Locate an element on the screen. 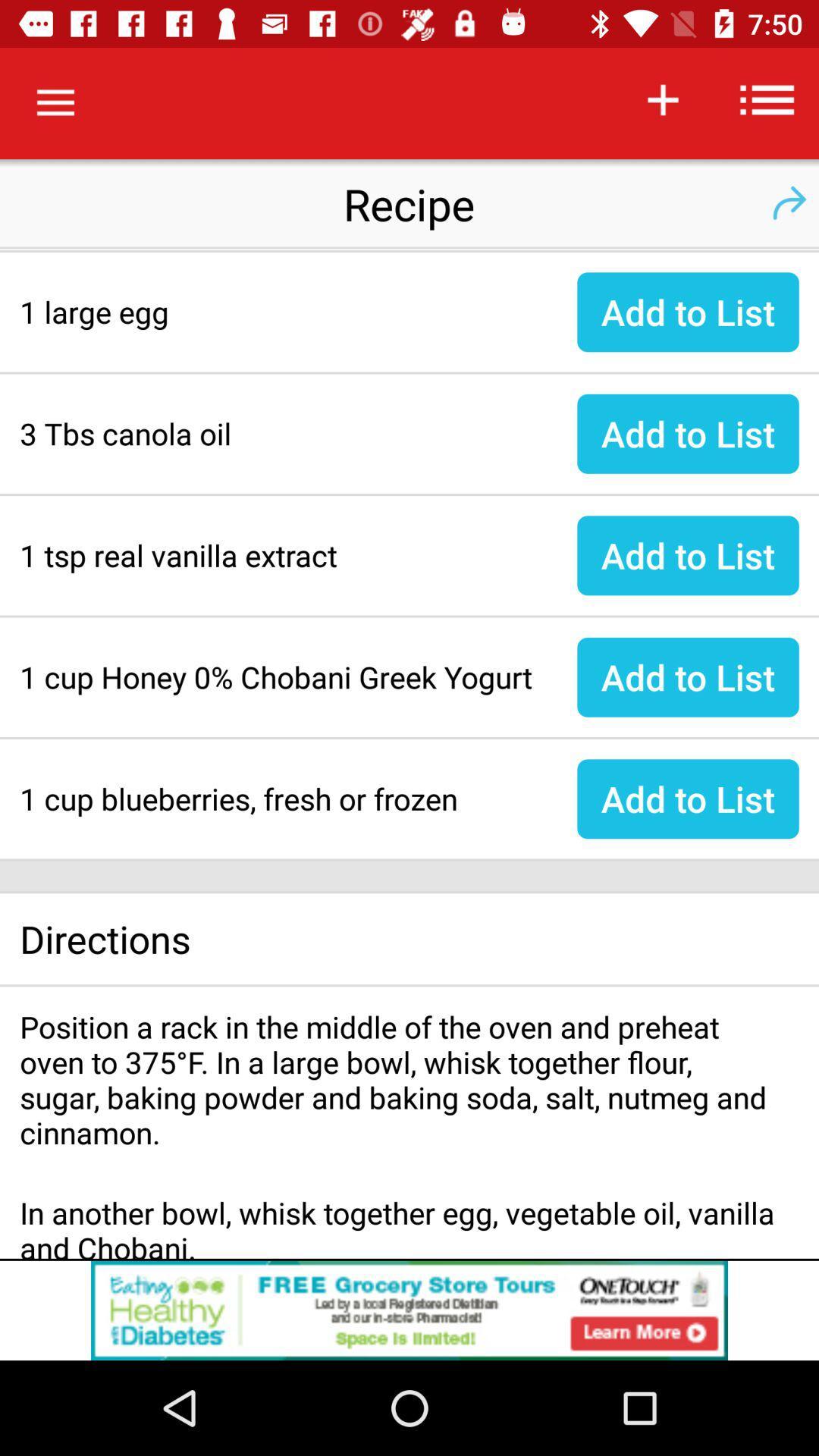  the redo icon is located at coordinates (788, 202).